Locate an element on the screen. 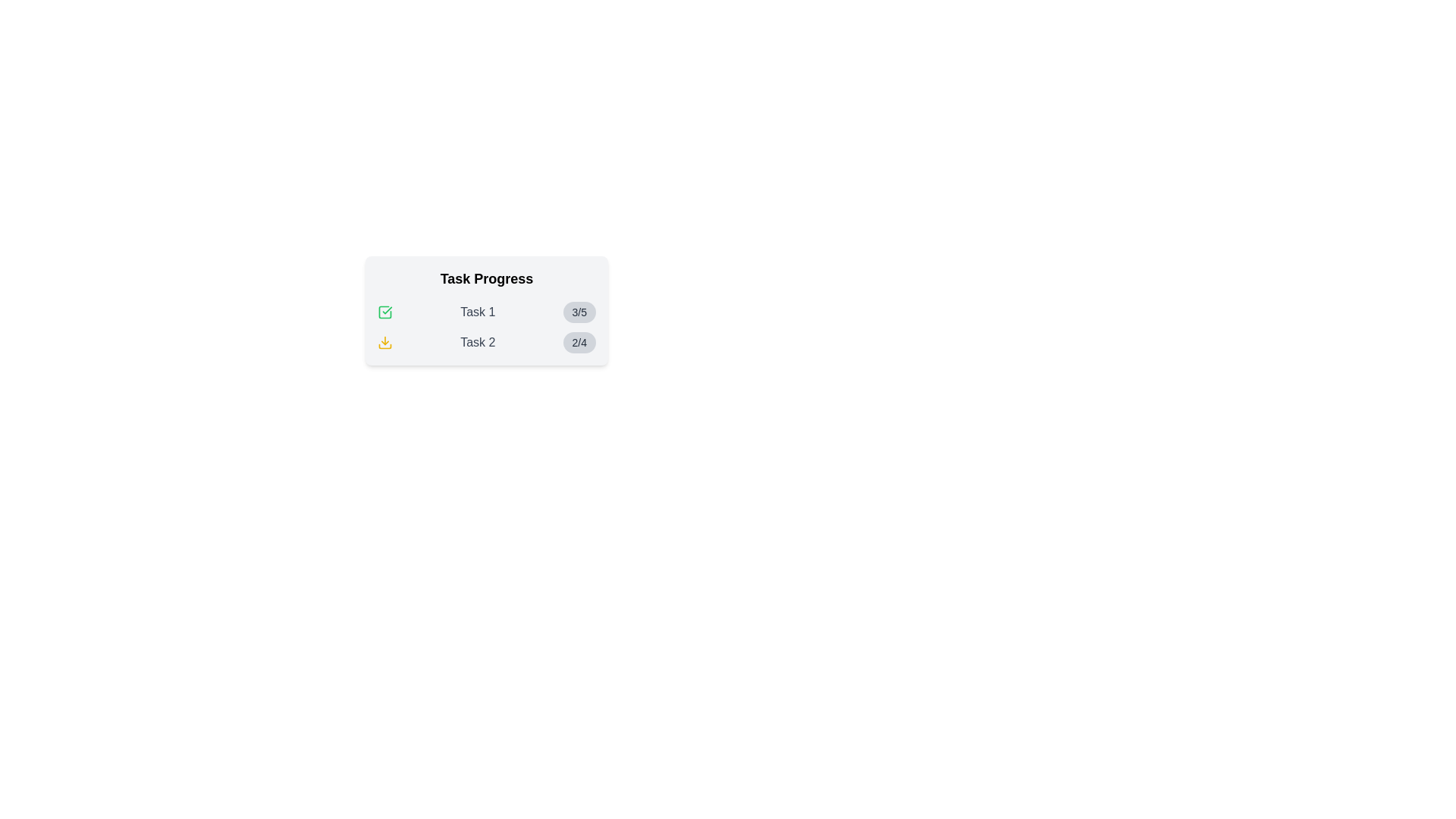  the label that displays 'Task 2', which is the second text label in a vertically stacked list of tasks, positioned to the right of a download icon and to the left of a progress label '2/4' is located at coordinates (477, 342).